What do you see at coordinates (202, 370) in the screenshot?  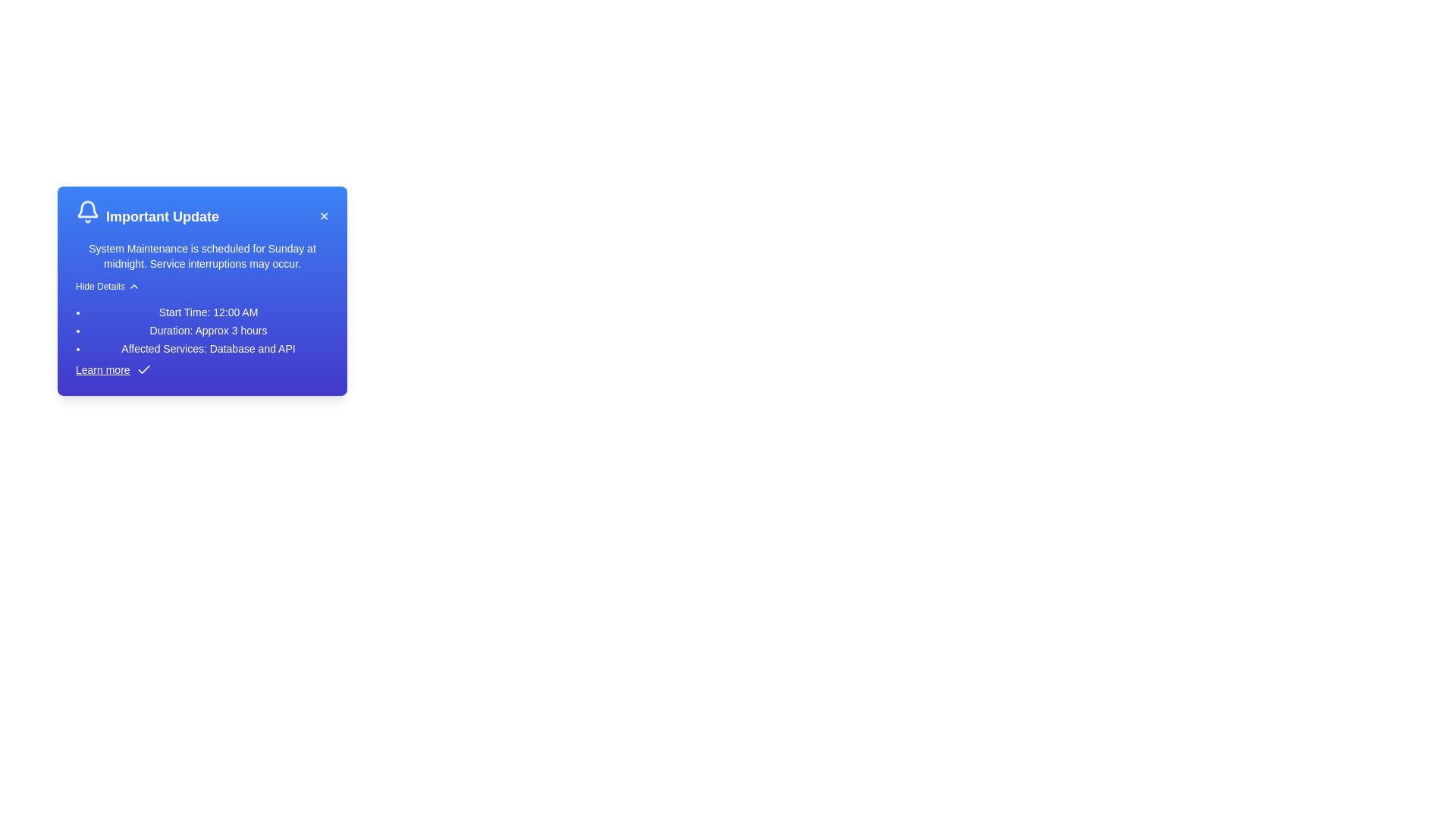 I see `the 'Learn more' link in the alert component` at bounding box center [202, 370].